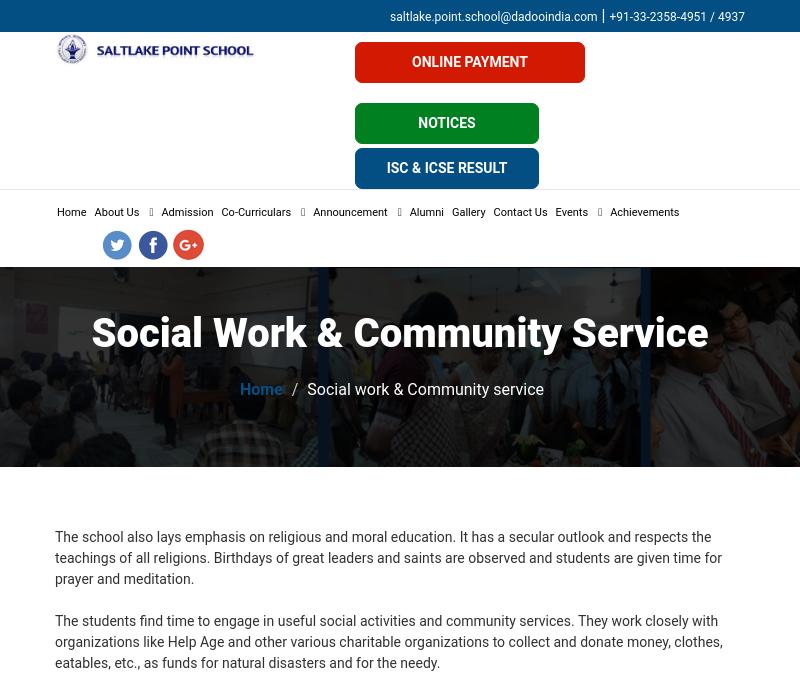  What do you see at coordinates (389, 16) in the screenshot?
I see `'saltlake.point.school@dadooindia.com'` at bounding box center [389, 16].